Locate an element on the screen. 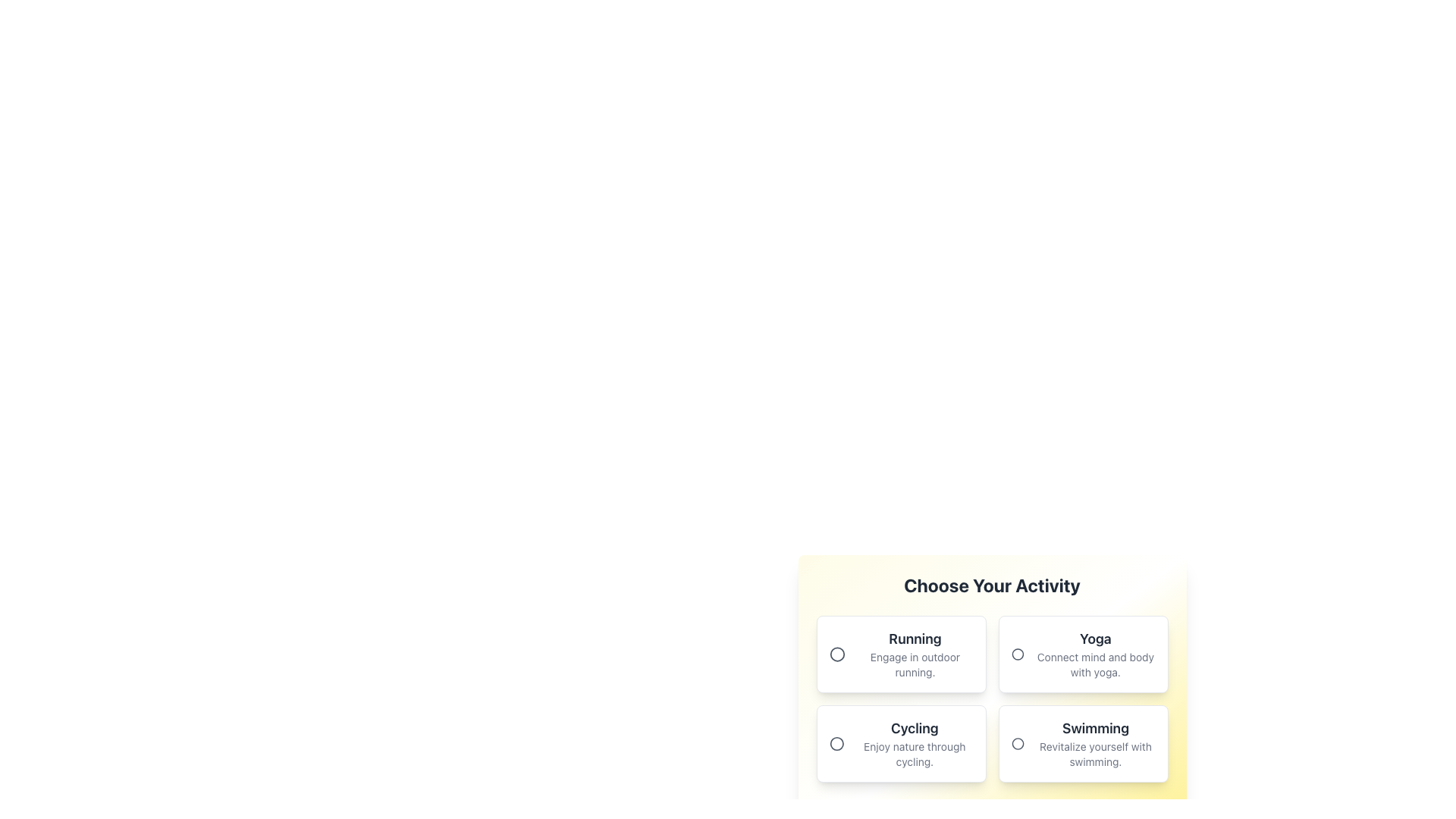 The image size is (1456, 819). the text label that reads 'Enjoy nature through cycling.' located beneath the title 'Cycling' in the 'Cycling' card is located at coordinates (914, 755).